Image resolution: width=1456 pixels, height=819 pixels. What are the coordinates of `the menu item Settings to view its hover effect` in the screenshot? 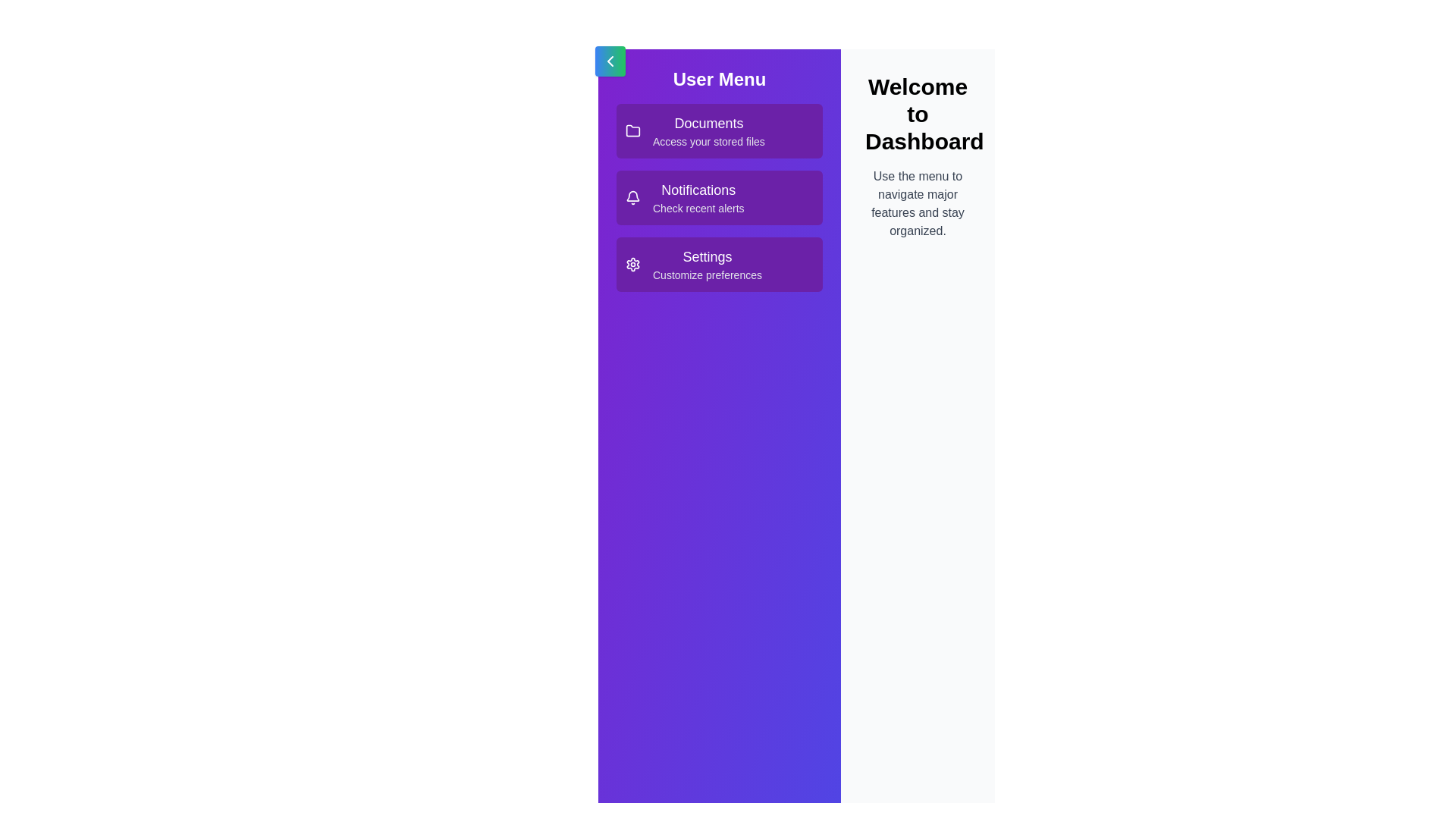 It's located at (719, 263).